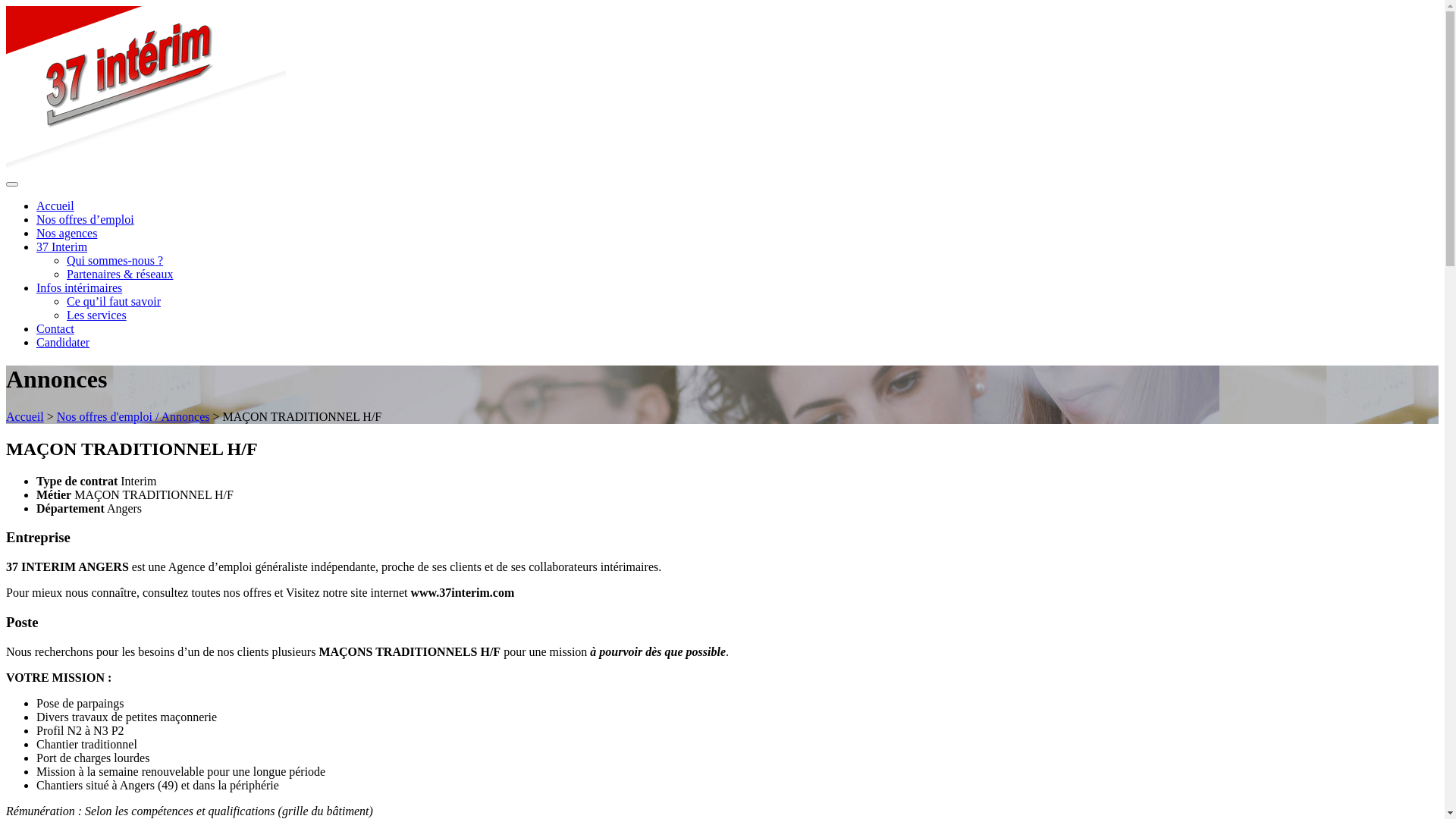 The image size is (1456, 819). What do you see at coordinates (55, 206) in the screenshot?
I see `'Accueil'` at bounding box center [55, 206].